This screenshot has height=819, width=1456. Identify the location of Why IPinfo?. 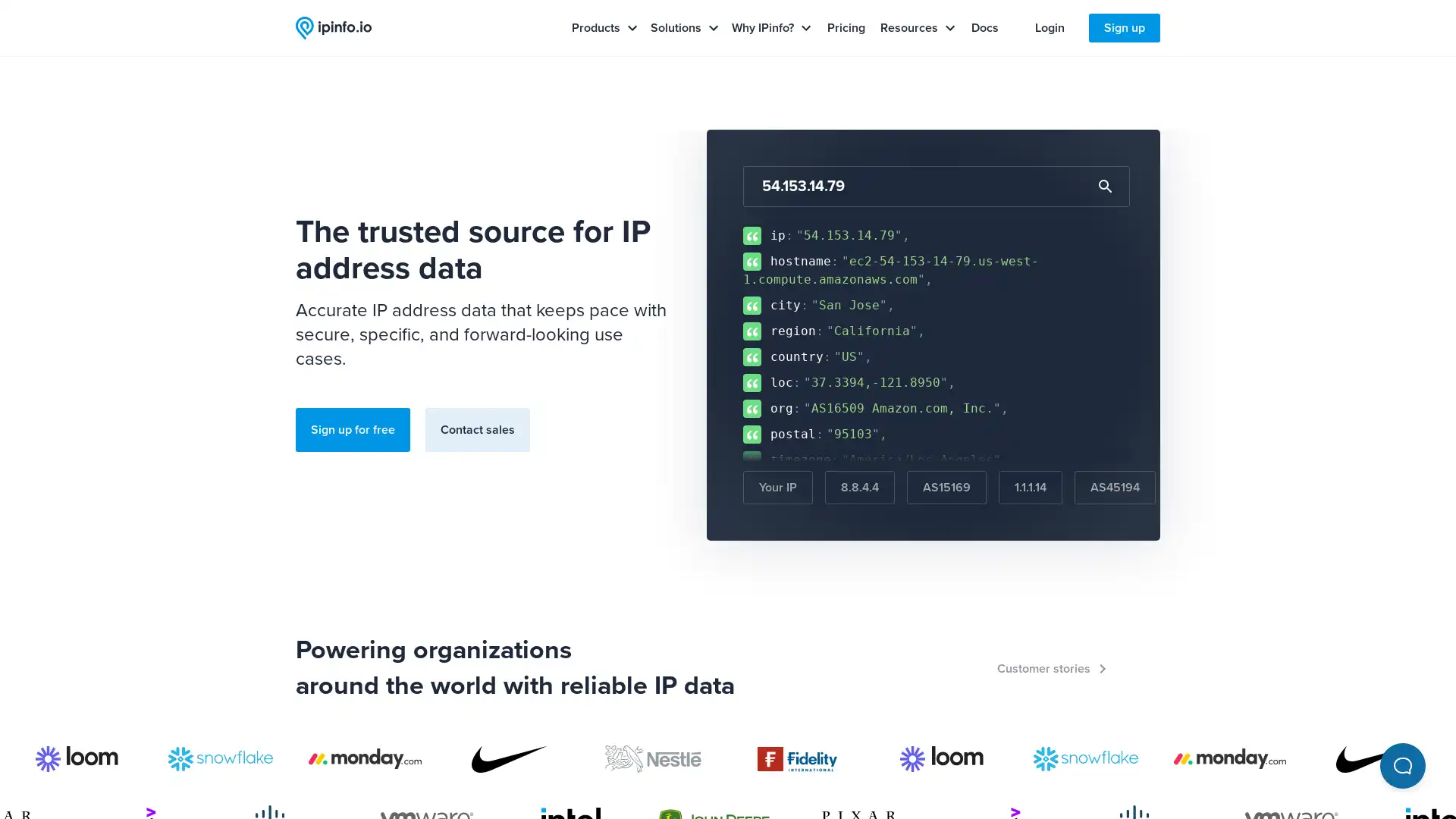
(771, 28).